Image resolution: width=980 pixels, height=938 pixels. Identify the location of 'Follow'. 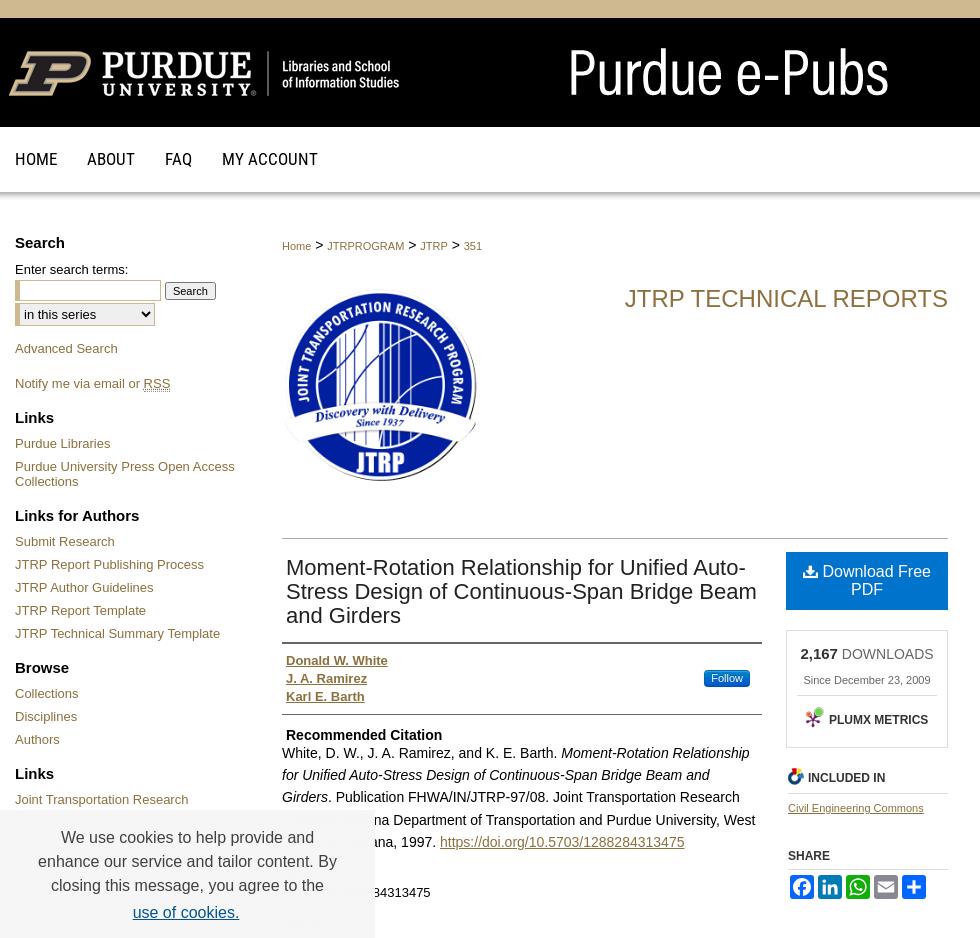
(726, 677).